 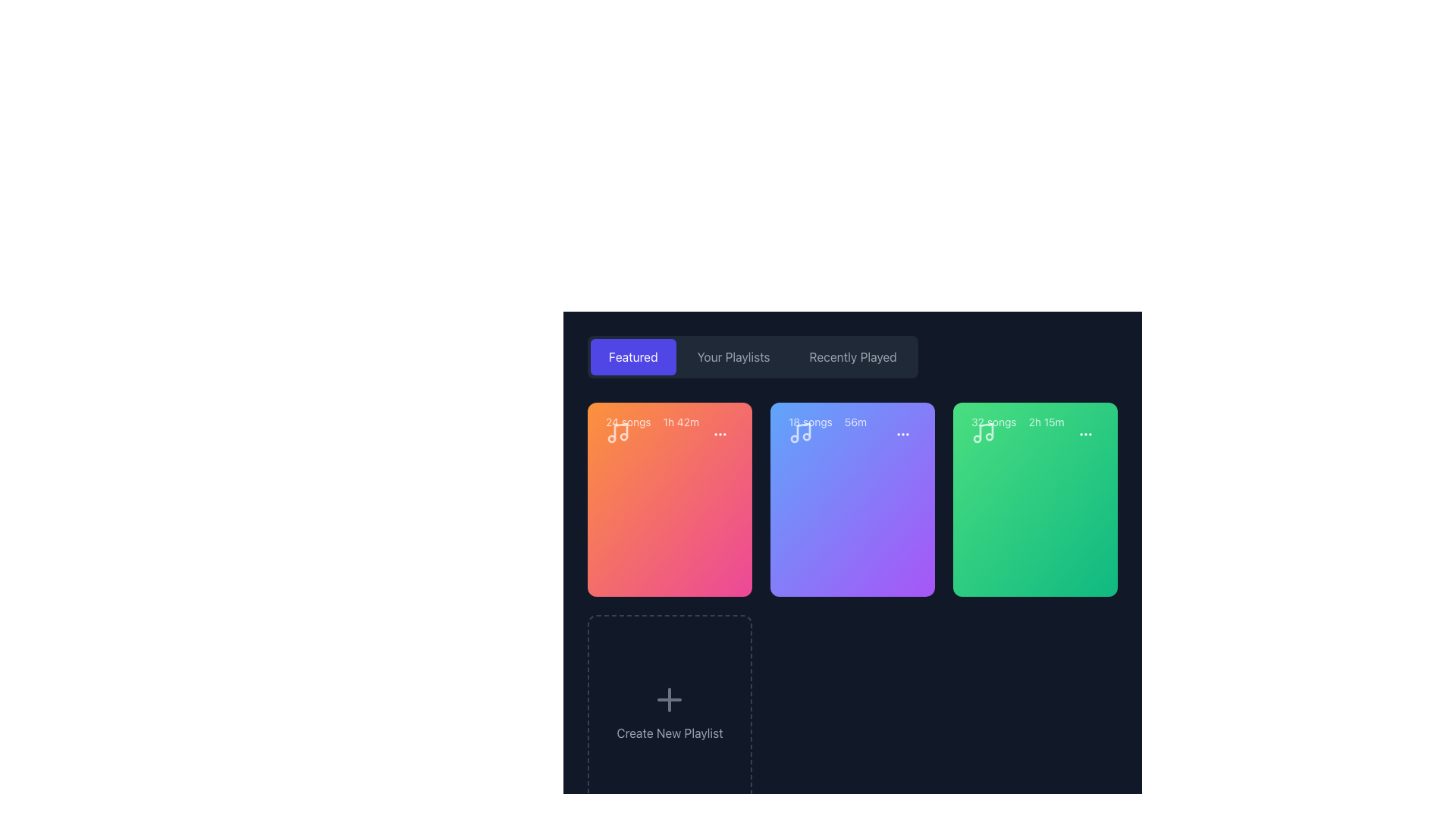 I want to click on the circular plus icon button, which is located above the 'Create New Playlist' label, to create a new playlist, so click(x=669, y=699).